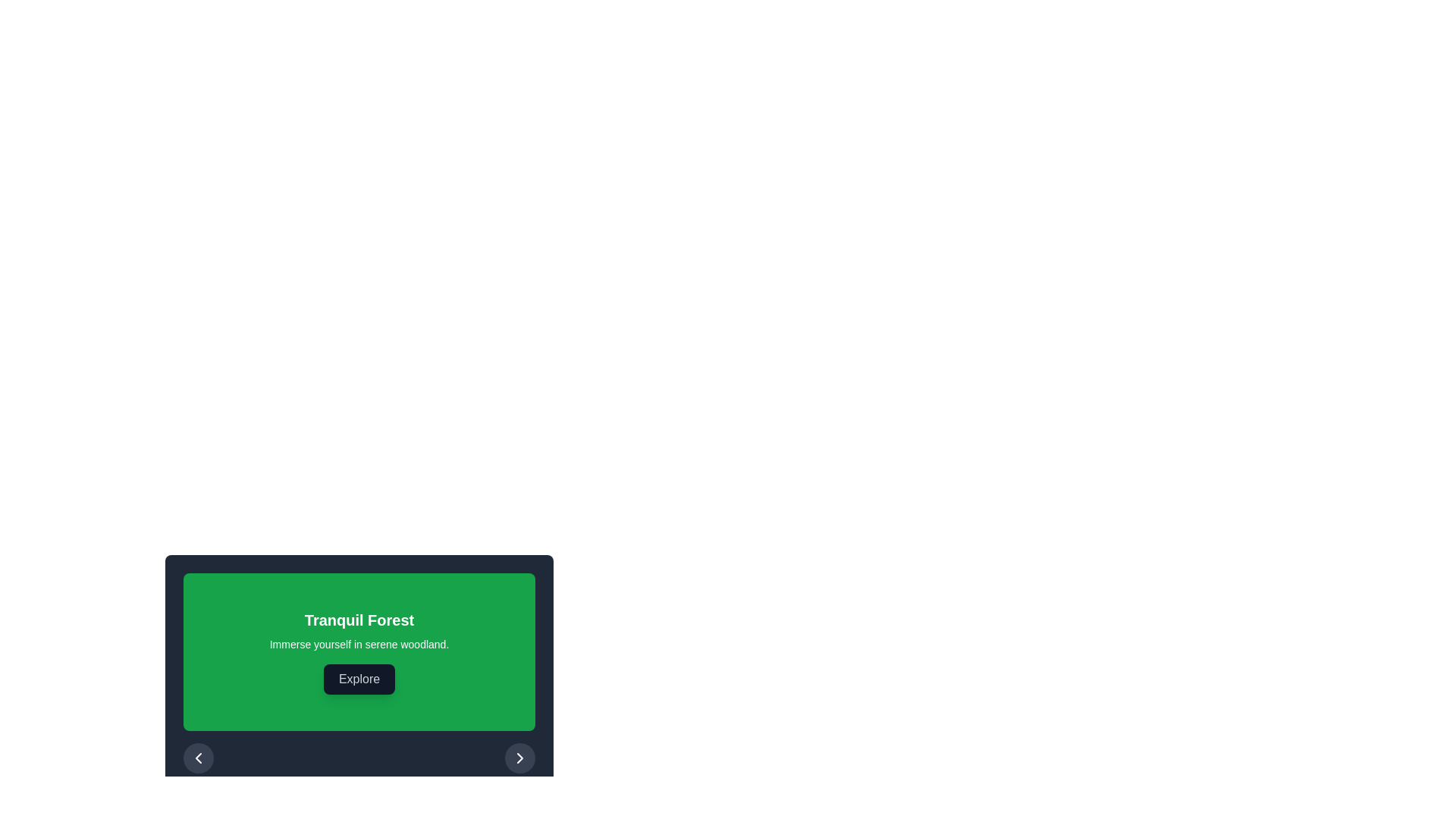 This screenshot has height=819, width=1456. Describe the element at coordinates (520, 758) in the screenshot. I see `the right-pointing chevron icon within the round clickable button at the bottom-right corner of the rectangular interface section` at that location.